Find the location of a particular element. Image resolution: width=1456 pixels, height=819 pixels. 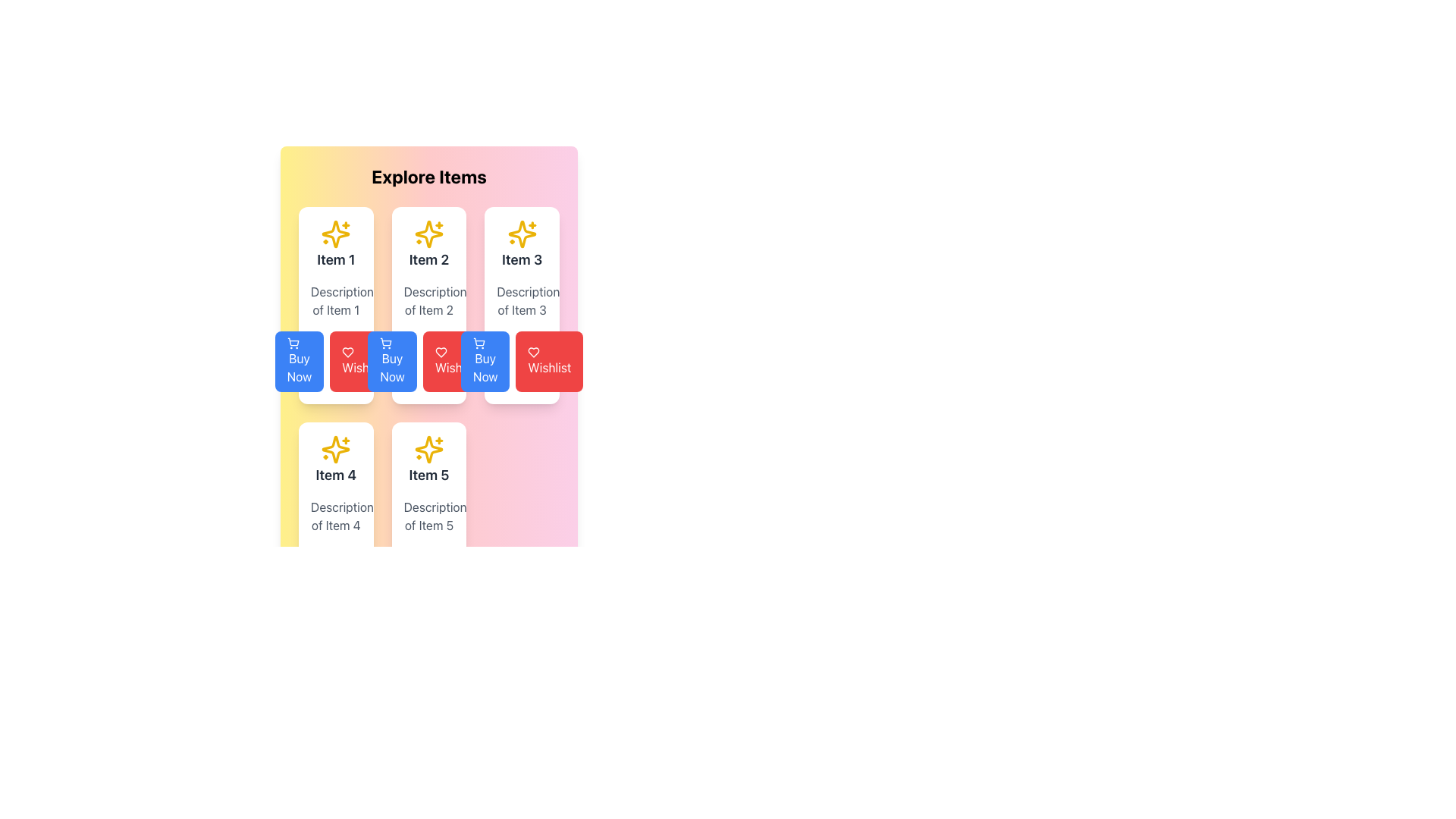

the text element that reads 'Item 4' in bold dark gray font, positioned in the fourth place of a vertical list is located at coordinates (335, 475).